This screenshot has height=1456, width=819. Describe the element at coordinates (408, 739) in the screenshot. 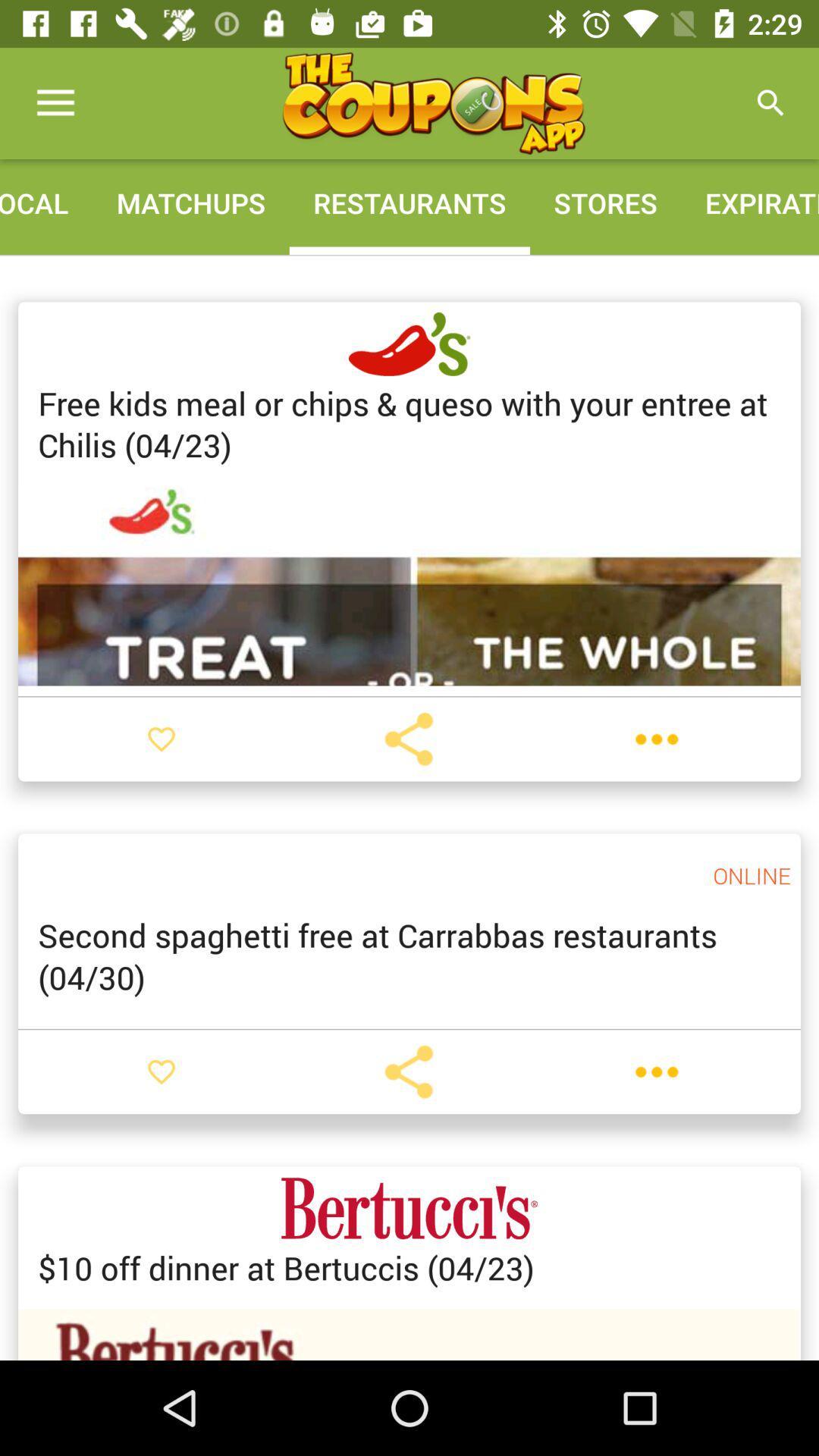

I see `hit the share button` at that location.